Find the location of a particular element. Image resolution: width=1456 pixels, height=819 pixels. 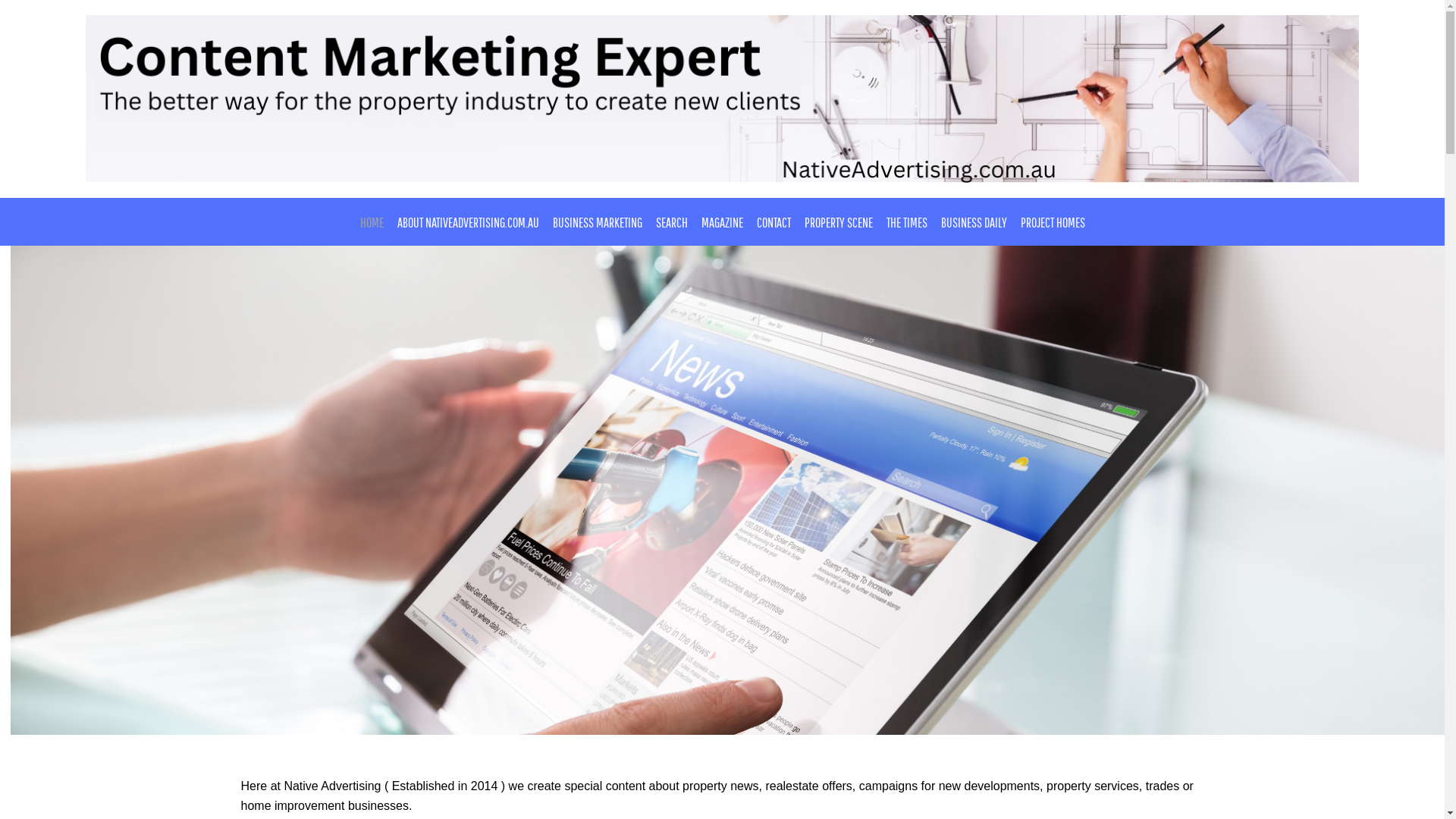

'HOME' is located at coordinates (352, 222).